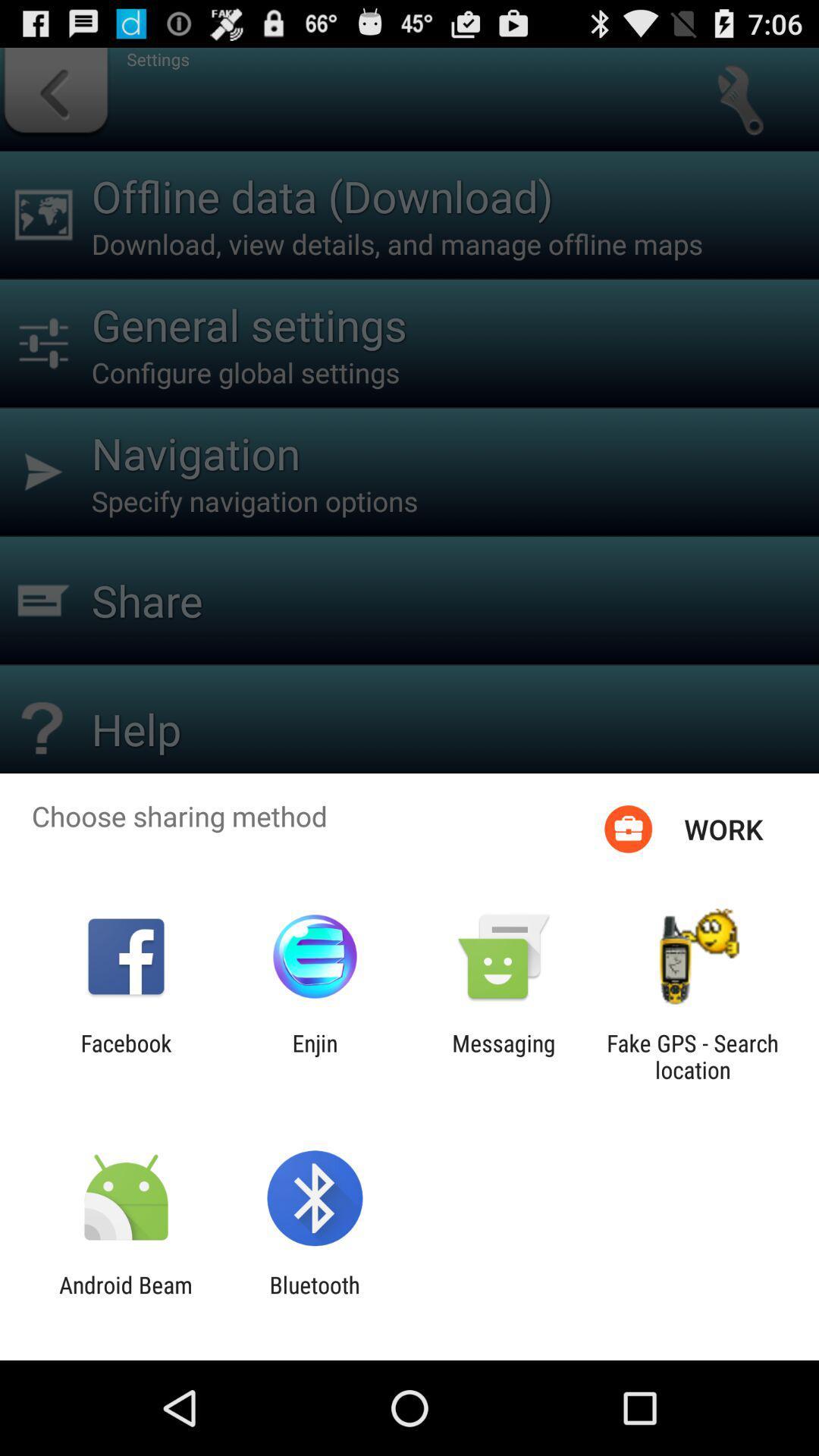  Describe the element at coordinates (125, 1298) in the screenshot. I see `android beam app` at that location.